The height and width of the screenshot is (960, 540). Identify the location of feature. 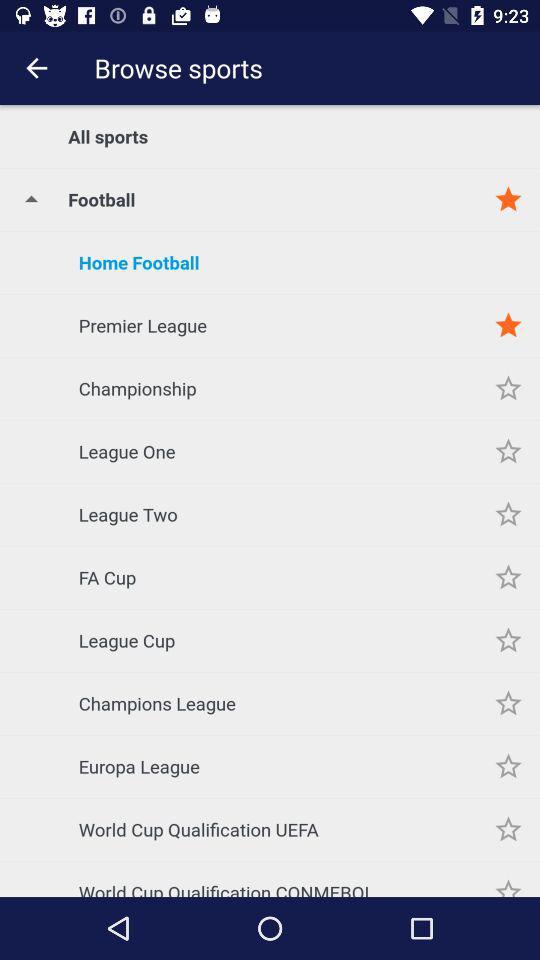
(508, 387).